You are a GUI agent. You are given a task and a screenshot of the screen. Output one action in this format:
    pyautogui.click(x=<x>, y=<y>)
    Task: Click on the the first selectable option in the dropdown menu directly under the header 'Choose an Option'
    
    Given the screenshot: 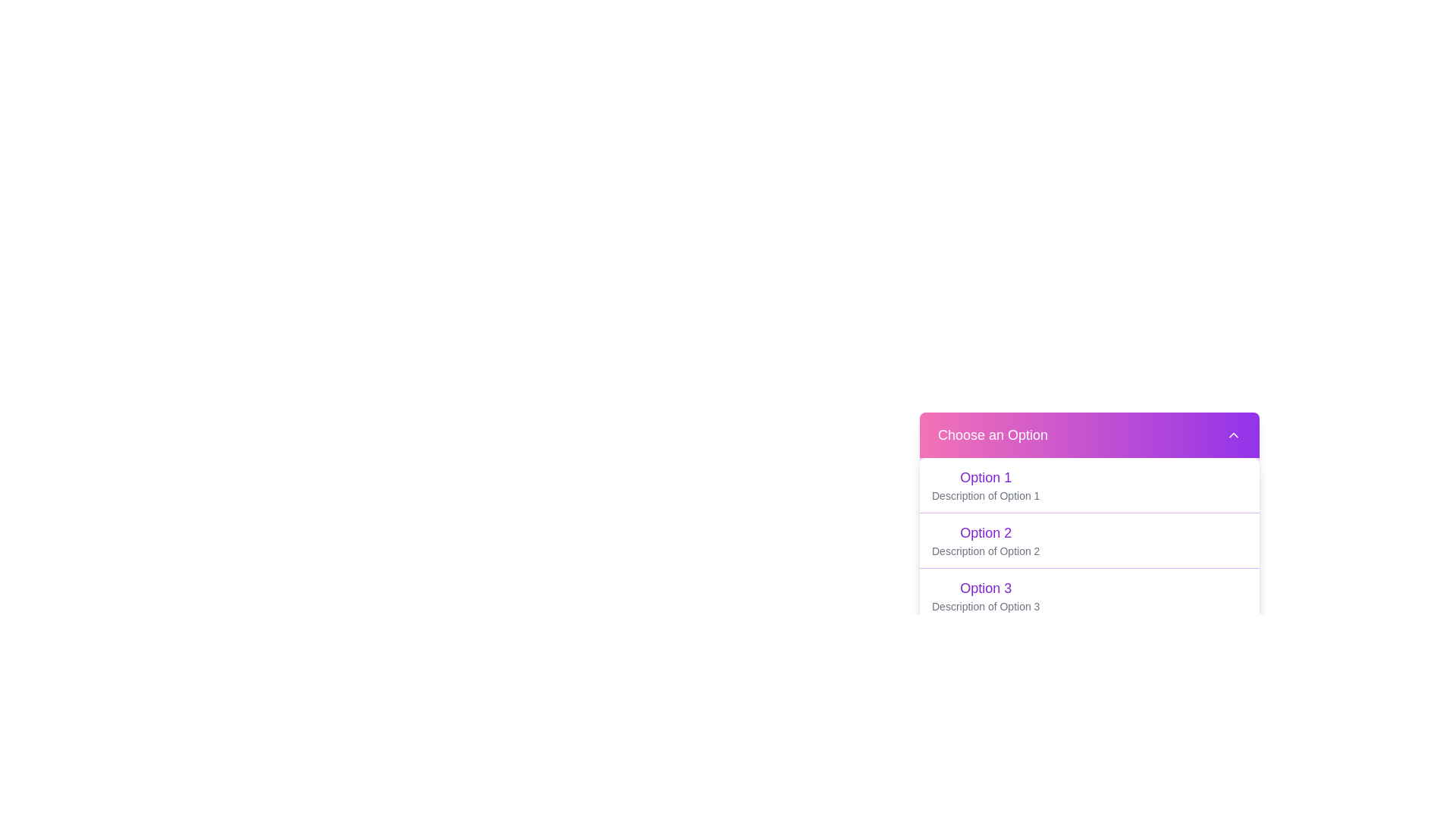 What is the action you would take?
    pyautogui.click(x=986, y=476)
    